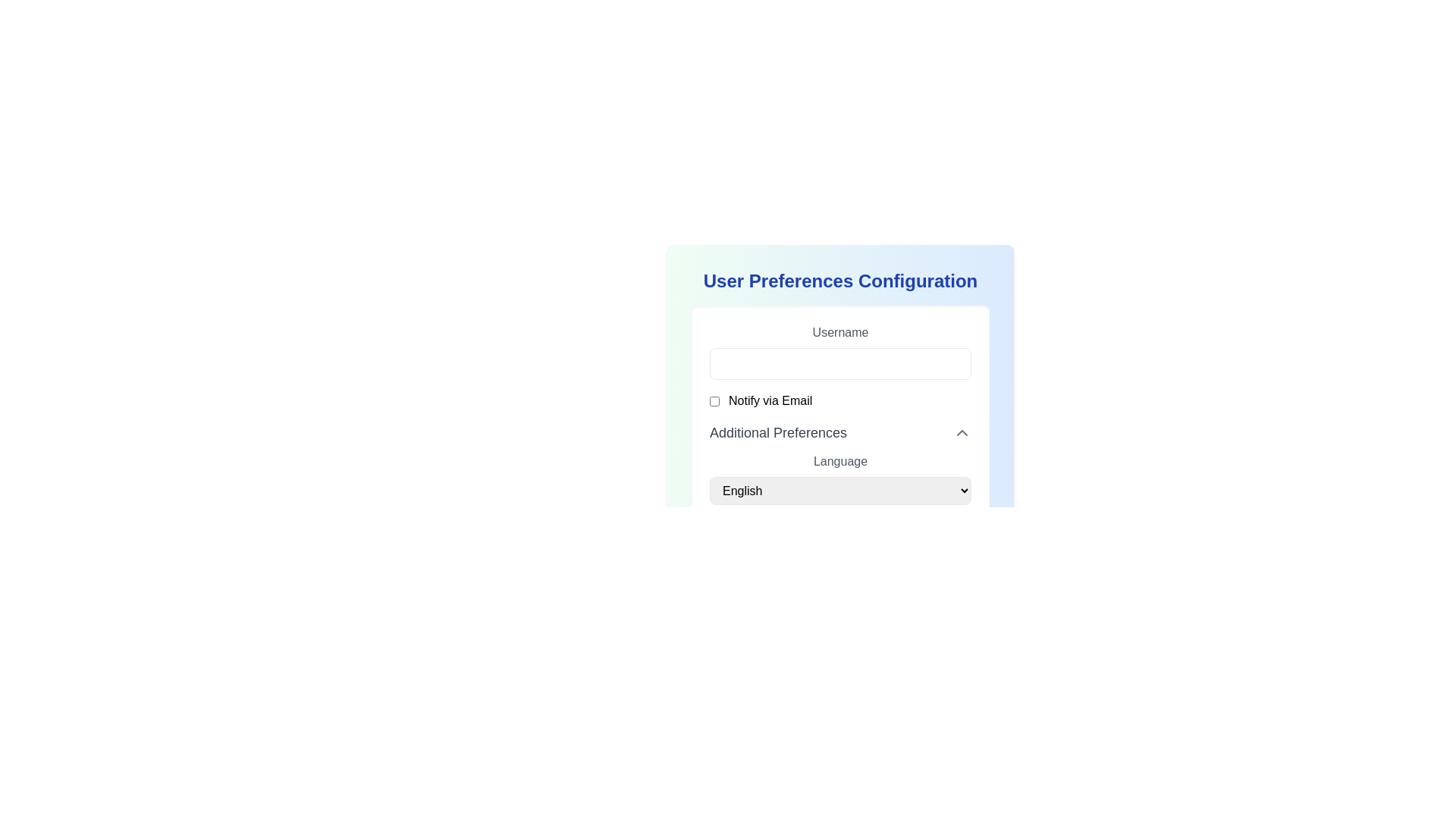 The width and height of the screenshot is (1456, 819). Describe the element at coordinates (839, 479) in the screenshot. I see `the 'Language' dropdown menu located in the 'Additional Preferences' section` at that location.